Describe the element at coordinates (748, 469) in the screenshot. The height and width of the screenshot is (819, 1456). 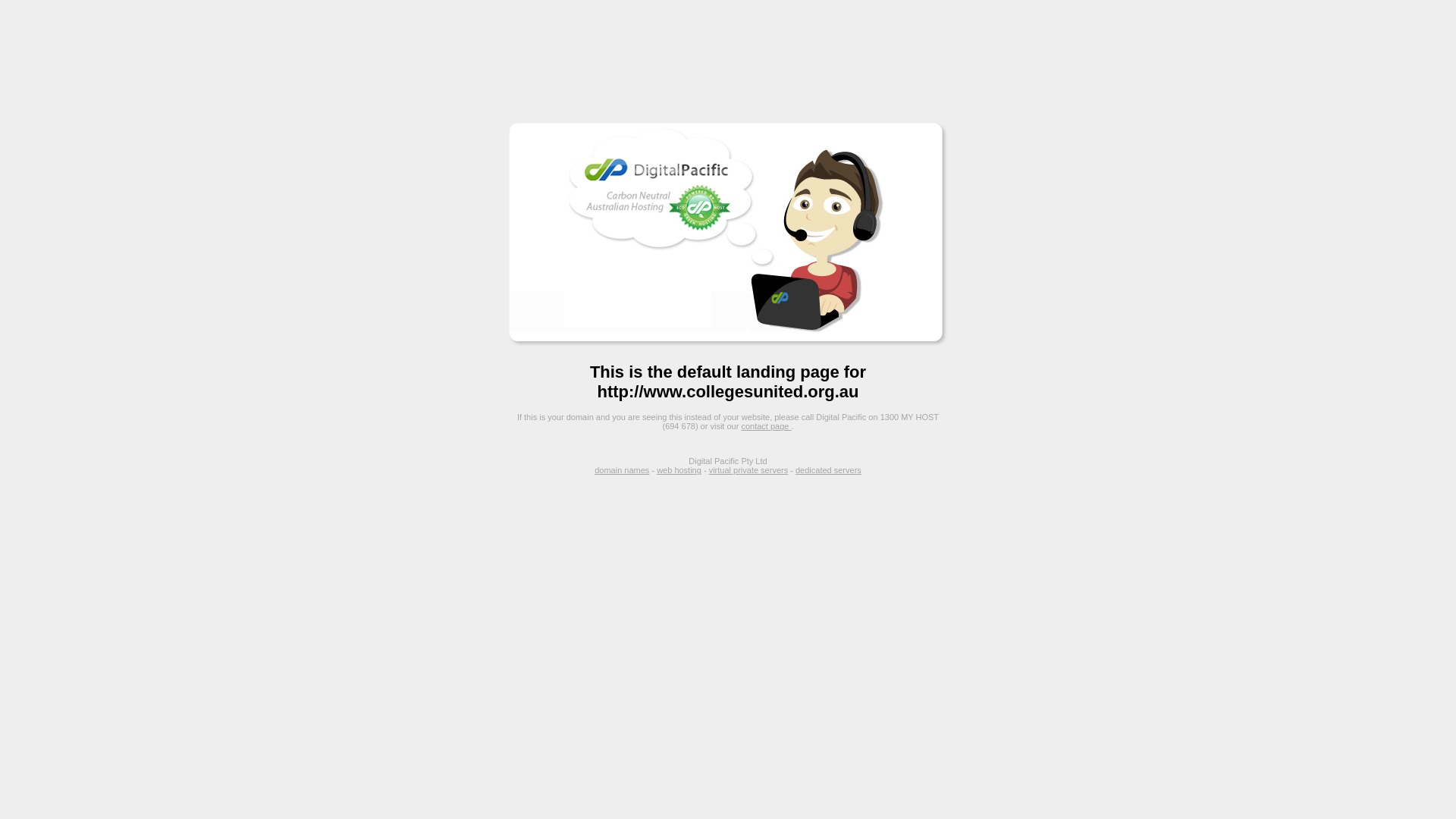
I see `'virtual private servers'` at that location.